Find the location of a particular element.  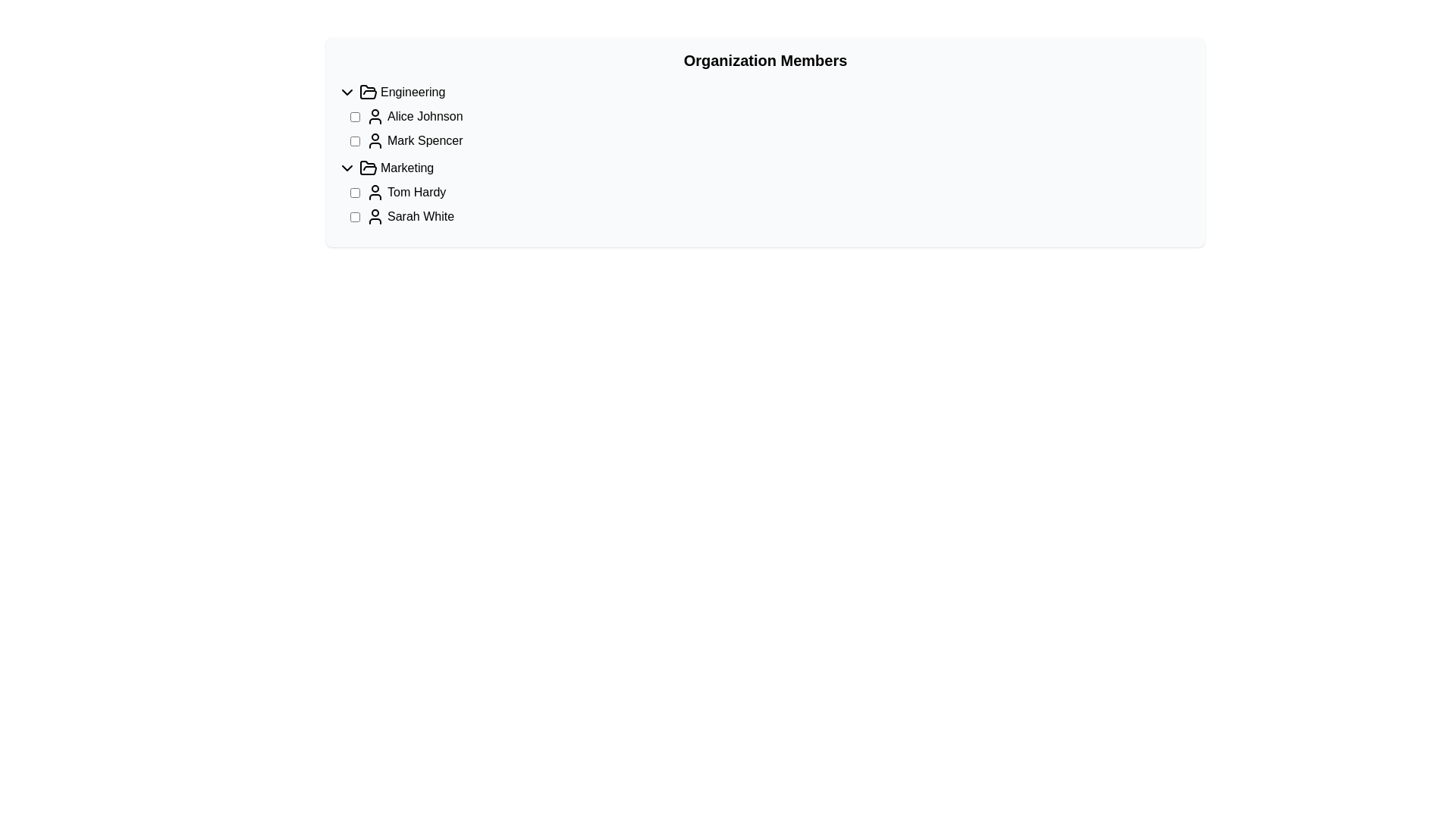

the text label displaying the name of the individual, positioned below 'Alice Johnson' and above 'Marketing', to interact with it is located at coordinates (425, 140).